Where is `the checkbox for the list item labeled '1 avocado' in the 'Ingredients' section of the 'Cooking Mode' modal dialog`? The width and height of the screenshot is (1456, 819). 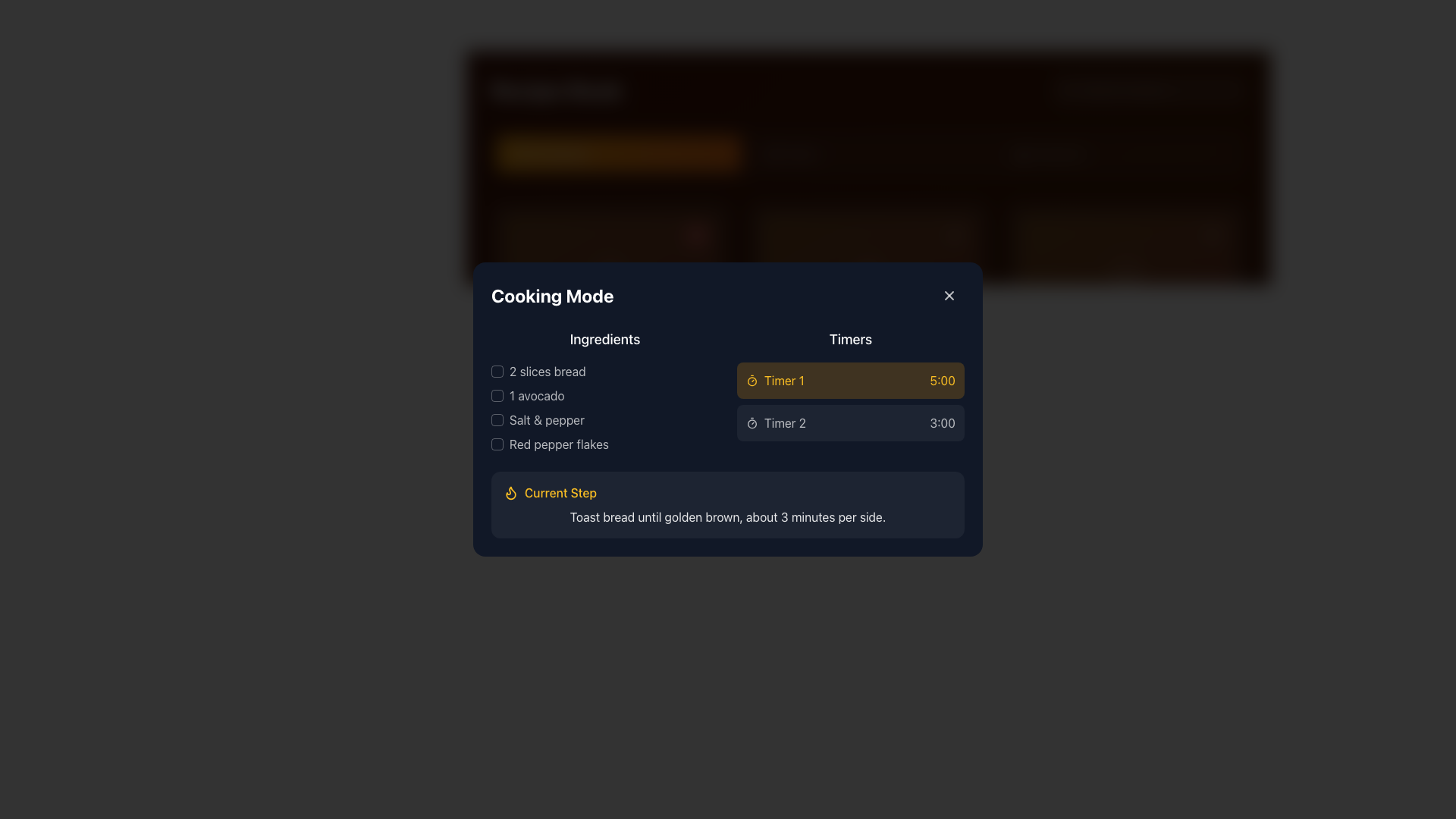 the checkbox for the list item labeled '1 avocado' in the 'Ingredients' section of the 'Cooking Mode' modal dialog is located at coordinates (497, 394).